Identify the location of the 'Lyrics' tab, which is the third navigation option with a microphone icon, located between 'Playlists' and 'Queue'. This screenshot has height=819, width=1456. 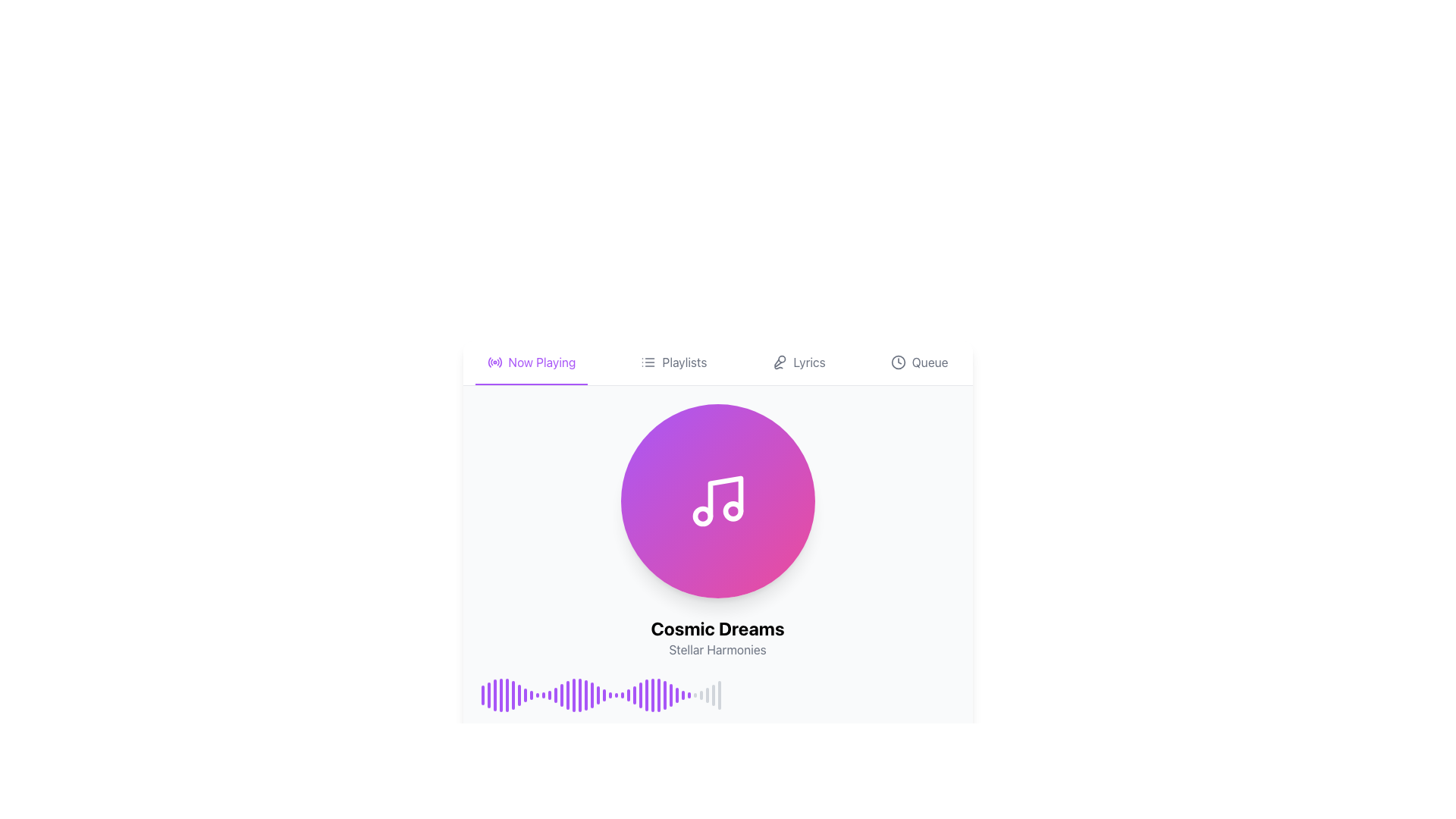
(798, 362).